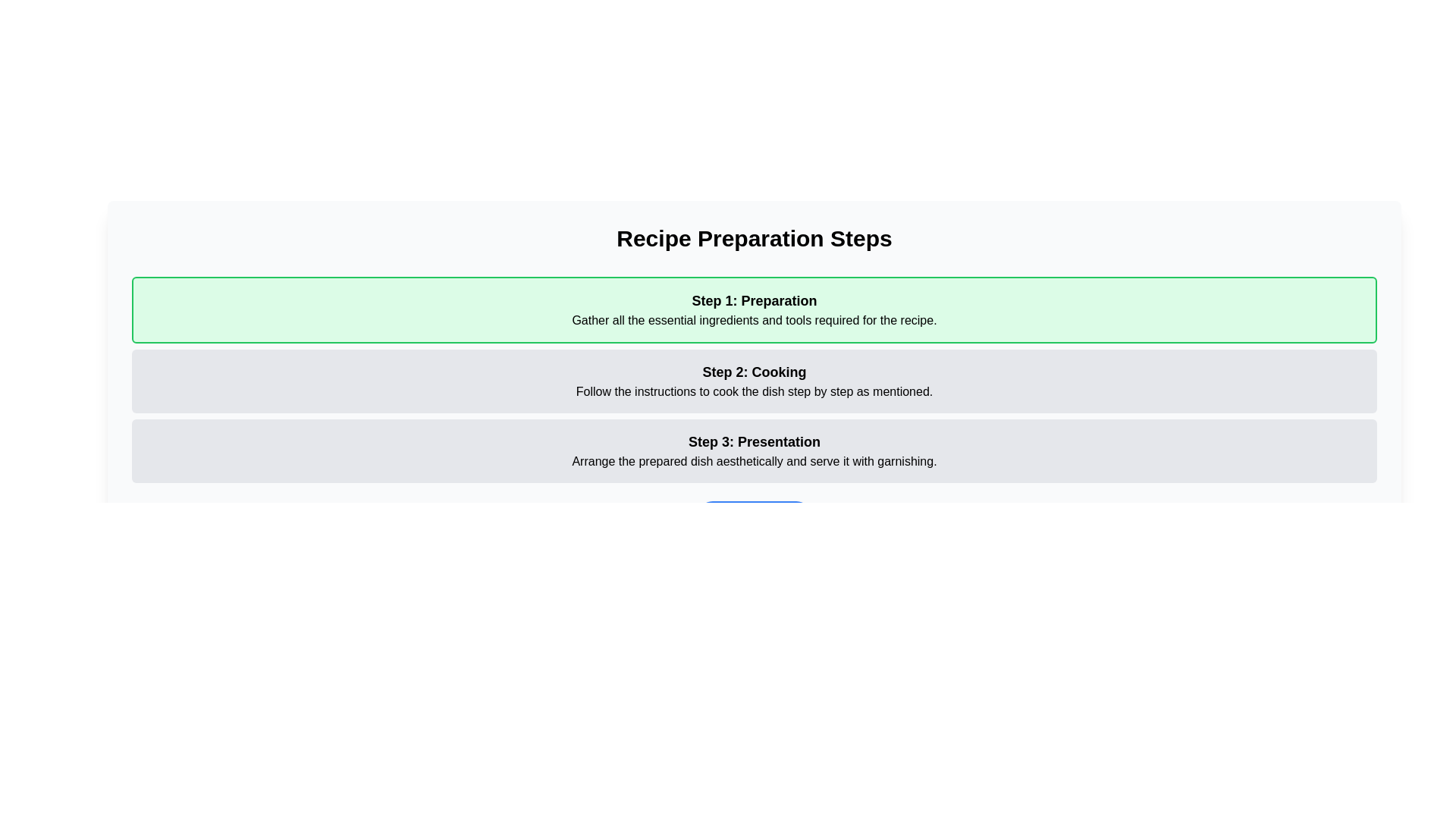 This screenshot has width=1456, height=819. Describe the element at coordinates (754, 461) in the screenshot. I see `text block containing 'Arrange the prepared dish aesthetically and serve it with garnishing.' located directly below the header 'Step 3: Presentation.'` at that location.